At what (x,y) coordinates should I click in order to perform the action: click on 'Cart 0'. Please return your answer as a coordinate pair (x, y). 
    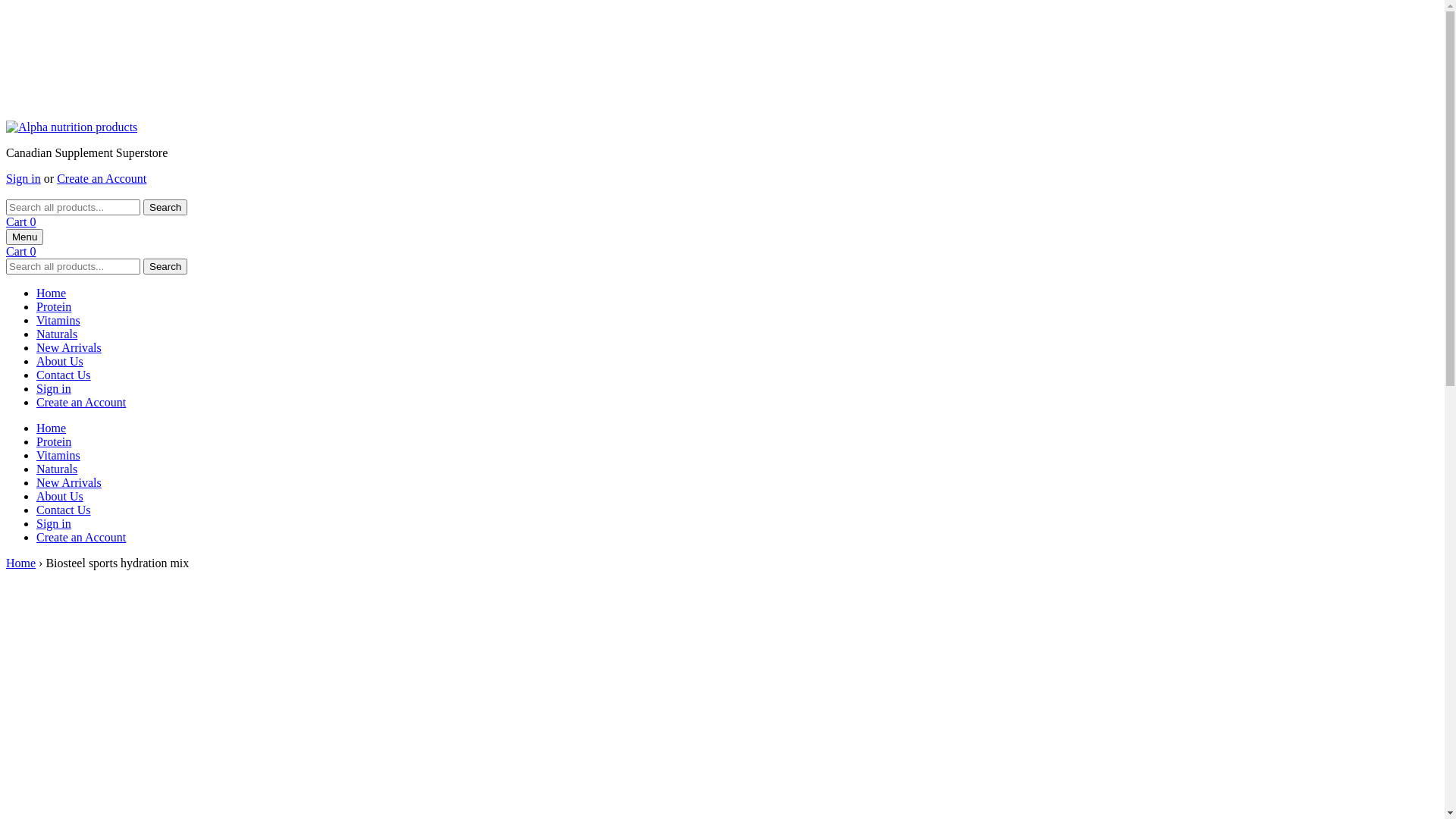
    Looking at the image, I should click on (6, 250).